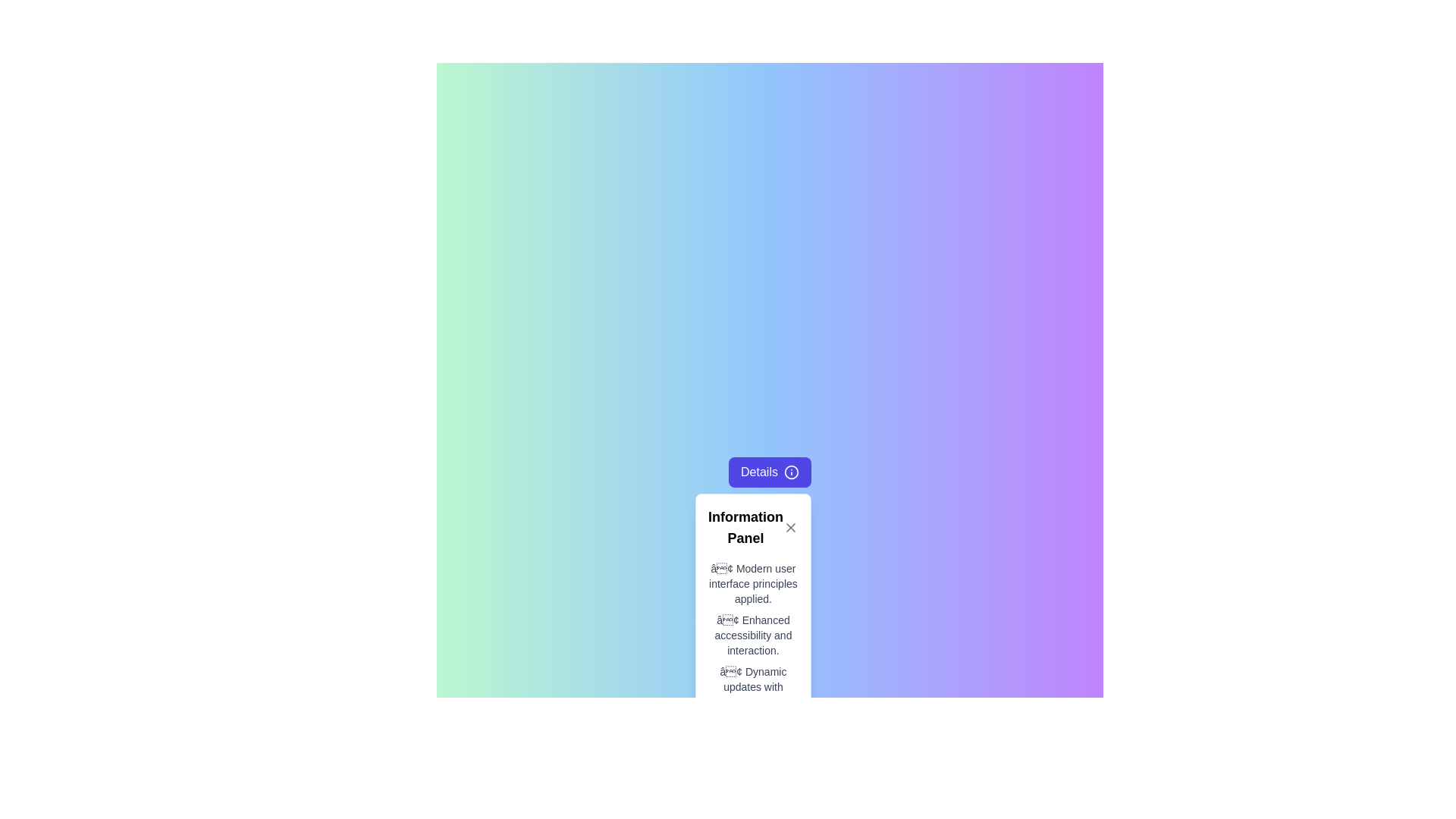  I want to click on the static text label located at the far left of the panel, which describes the content of the panel to users, so click(745, 526).